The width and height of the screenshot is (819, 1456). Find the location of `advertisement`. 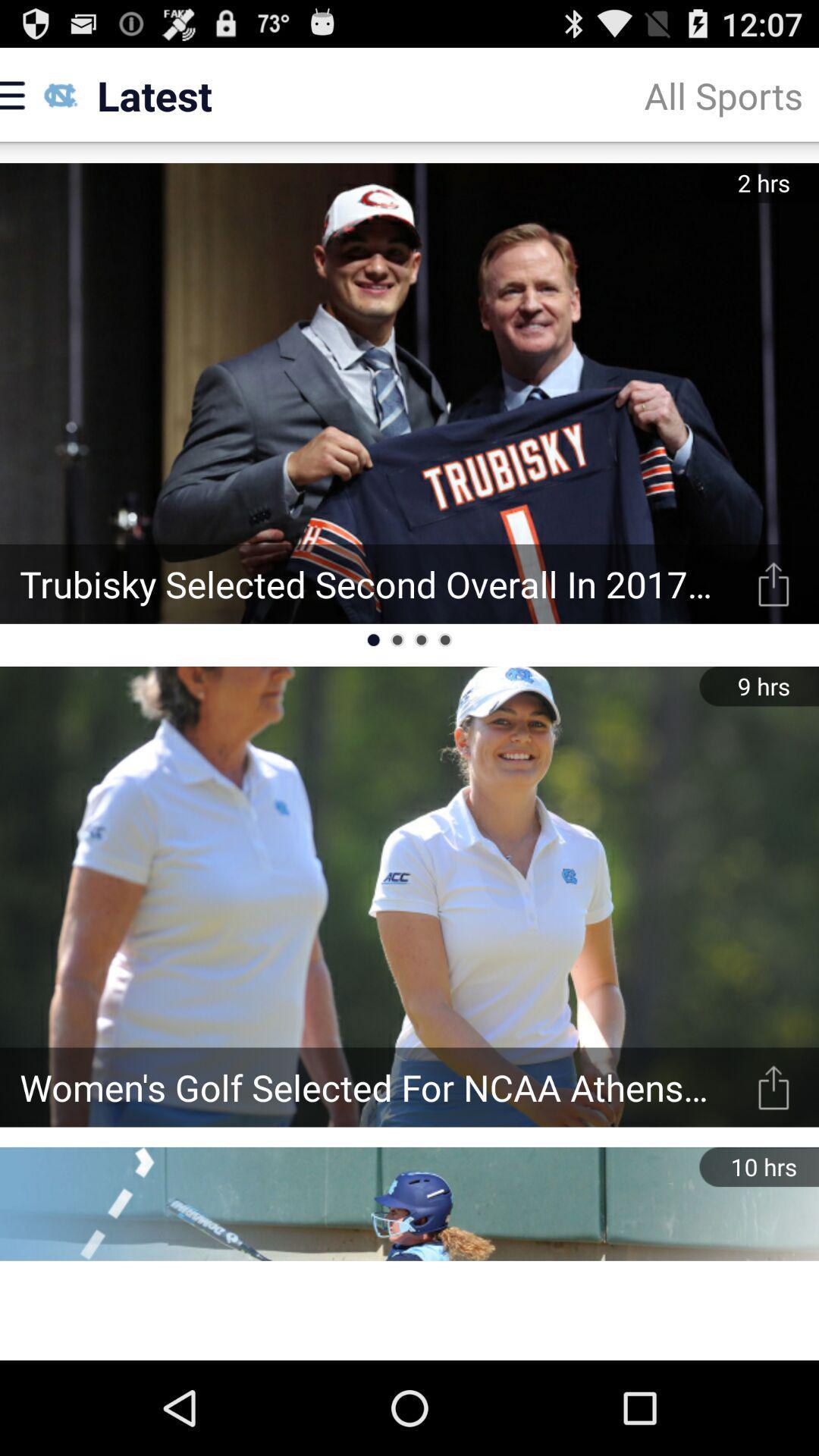

advertisement is located at coordinates (409, 1310).